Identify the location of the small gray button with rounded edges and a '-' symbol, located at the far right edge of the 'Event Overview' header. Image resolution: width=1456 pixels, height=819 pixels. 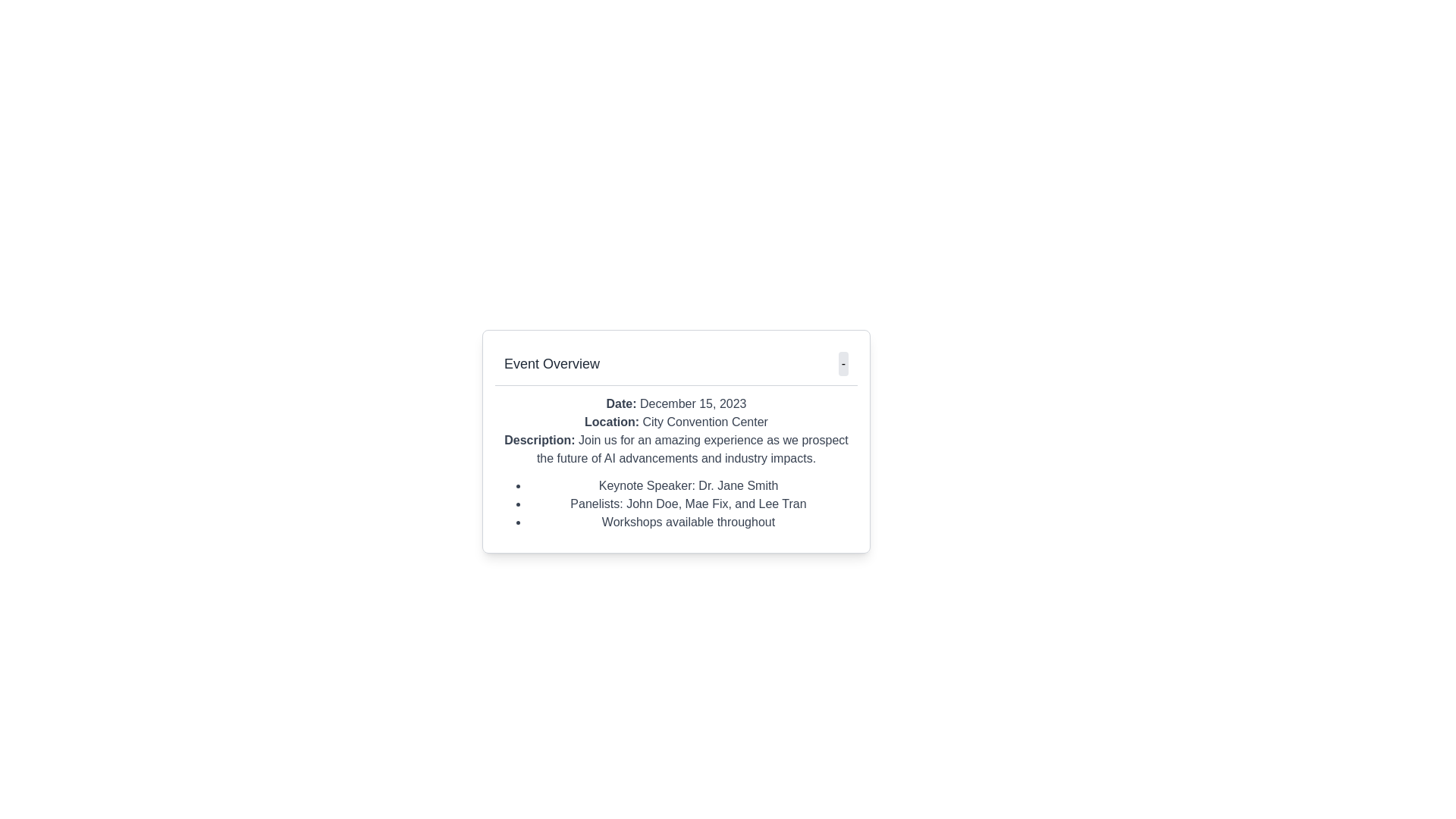
(843, 363).